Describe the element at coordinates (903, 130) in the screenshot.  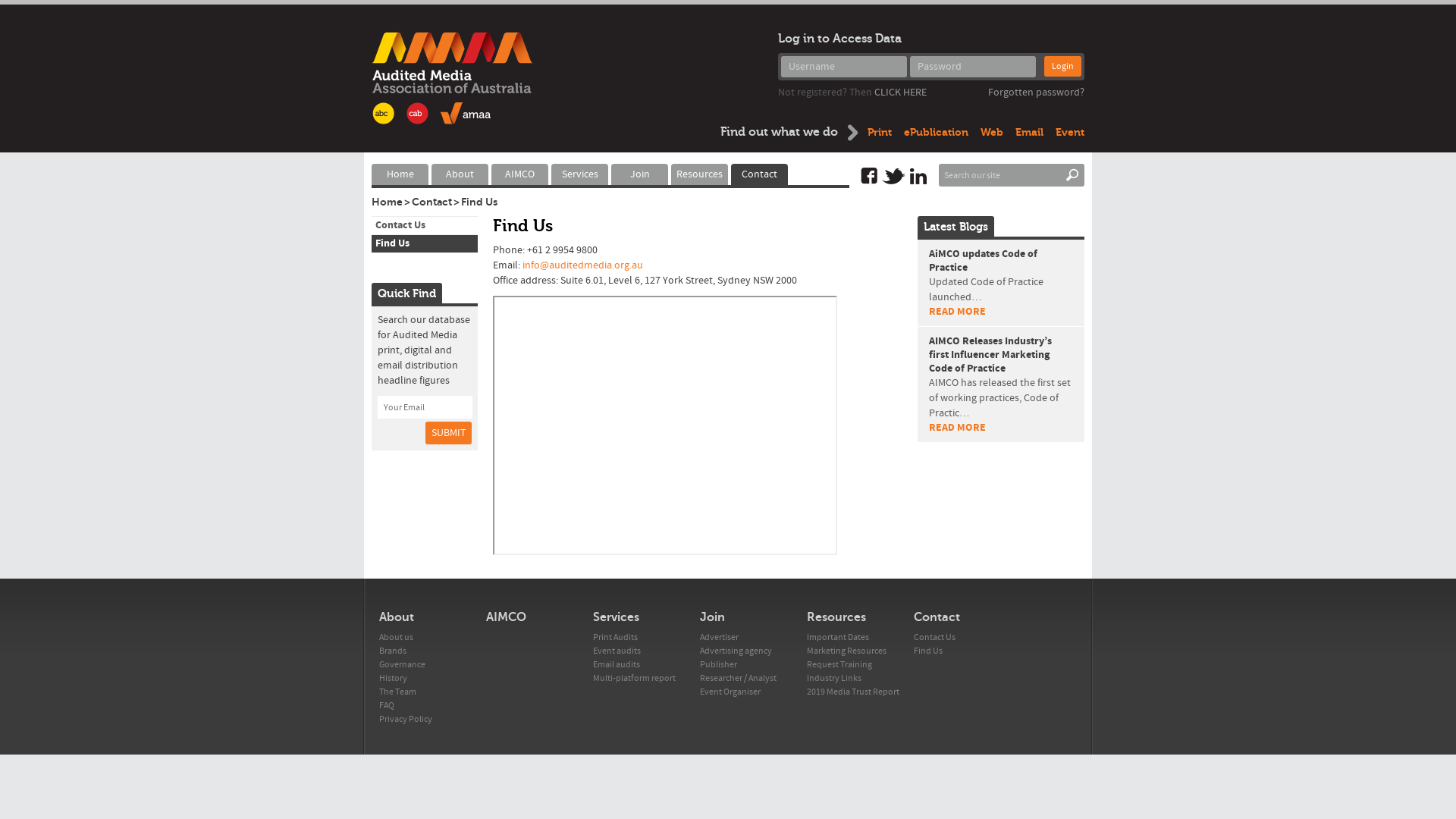
I see `'ePublication'` at that location.